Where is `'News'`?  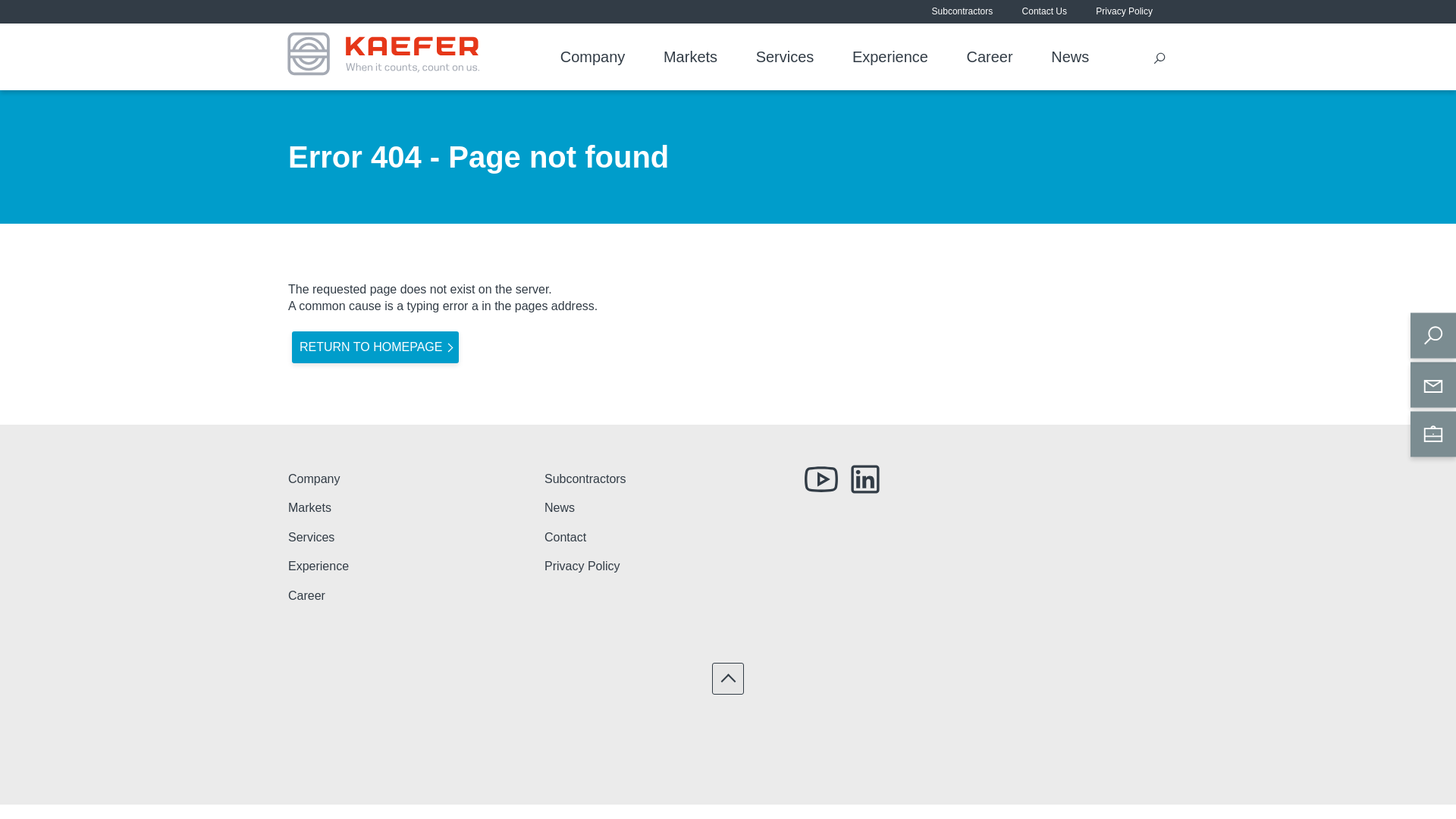
'News' is located at coordinates (559, 508).